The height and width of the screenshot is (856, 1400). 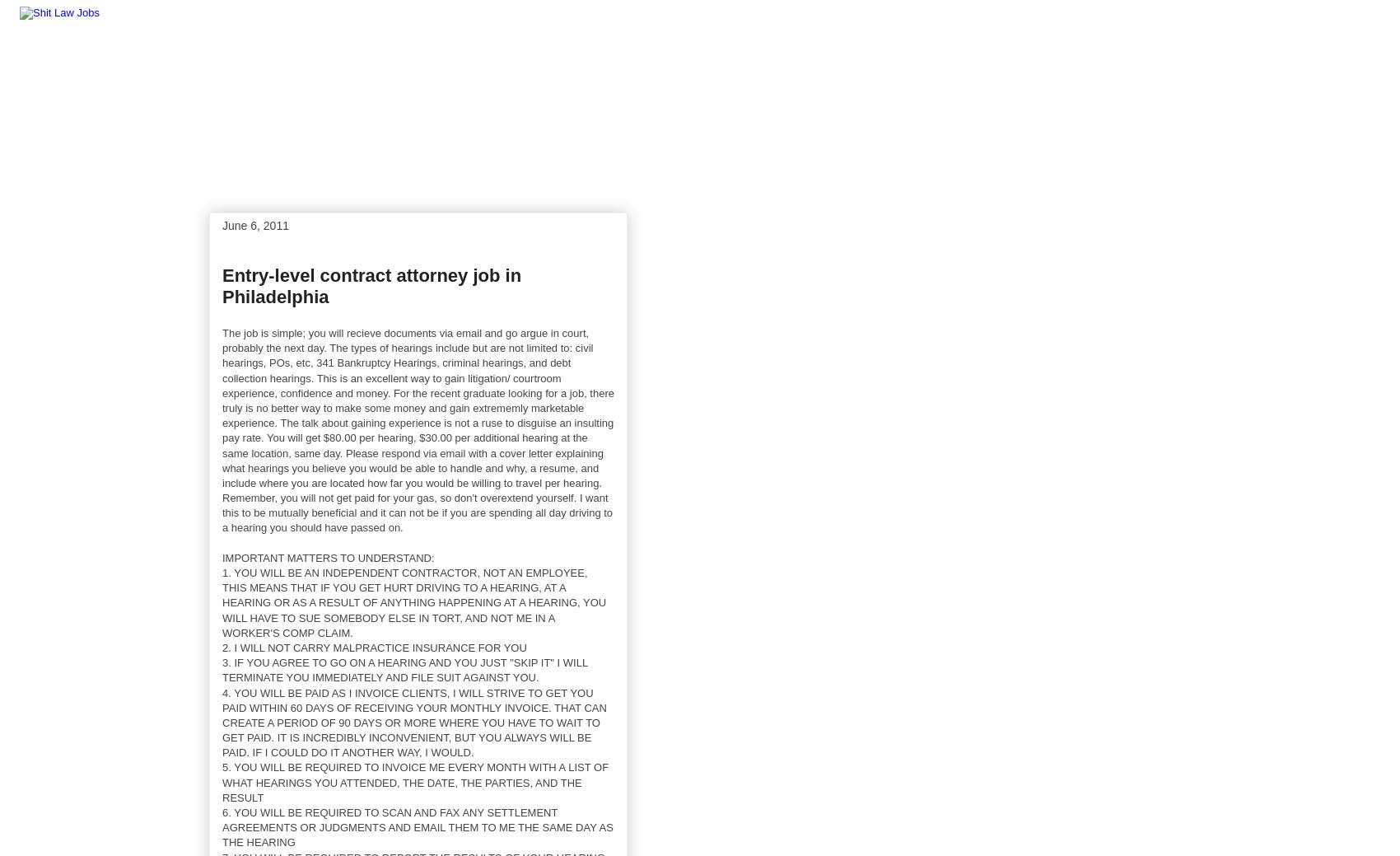 What do you see at coordinates (222, 827) in the screenshot?
I see `'6. YOU WILL BE REQUIRED TO SCAN AND FAX ANY SETTLEMENT AGREEMENTS OR JUDGMENTS AND EMAIL THEM TO ME THE SAME DAY AS THE HEARING'` at bounding box center [222, 827].